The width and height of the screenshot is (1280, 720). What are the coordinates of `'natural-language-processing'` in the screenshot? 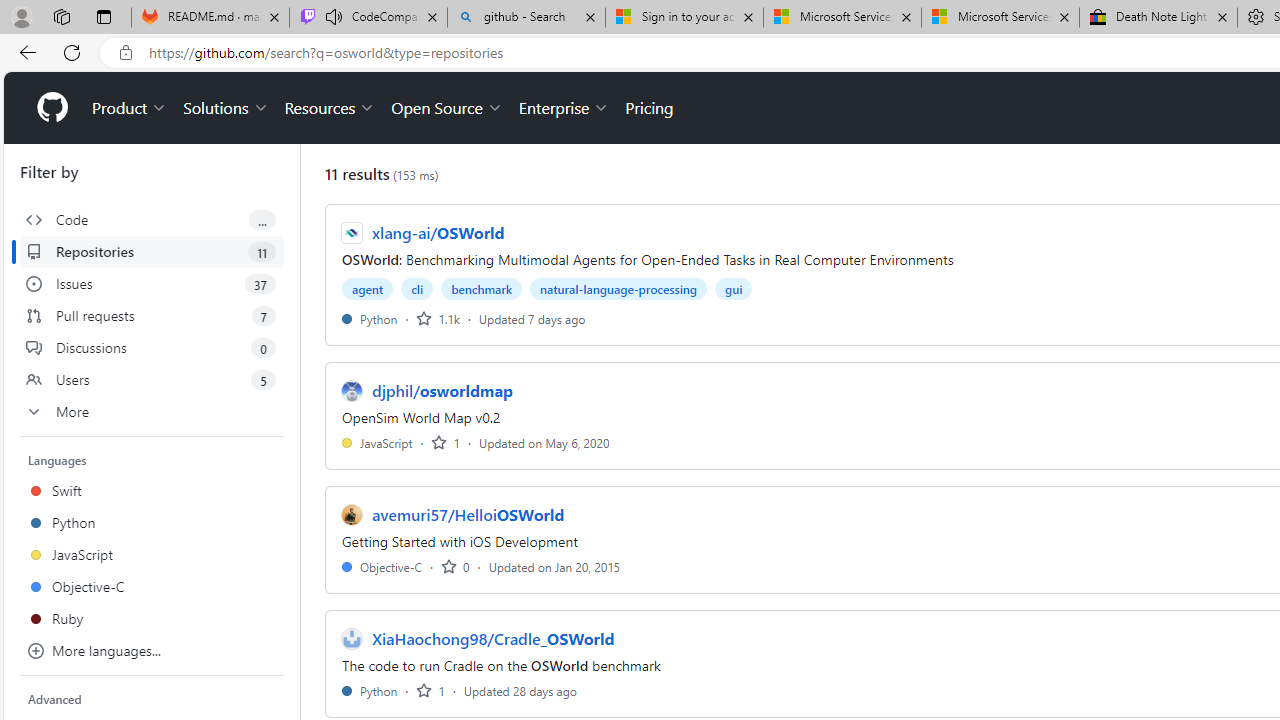 It's located at (617, 289).